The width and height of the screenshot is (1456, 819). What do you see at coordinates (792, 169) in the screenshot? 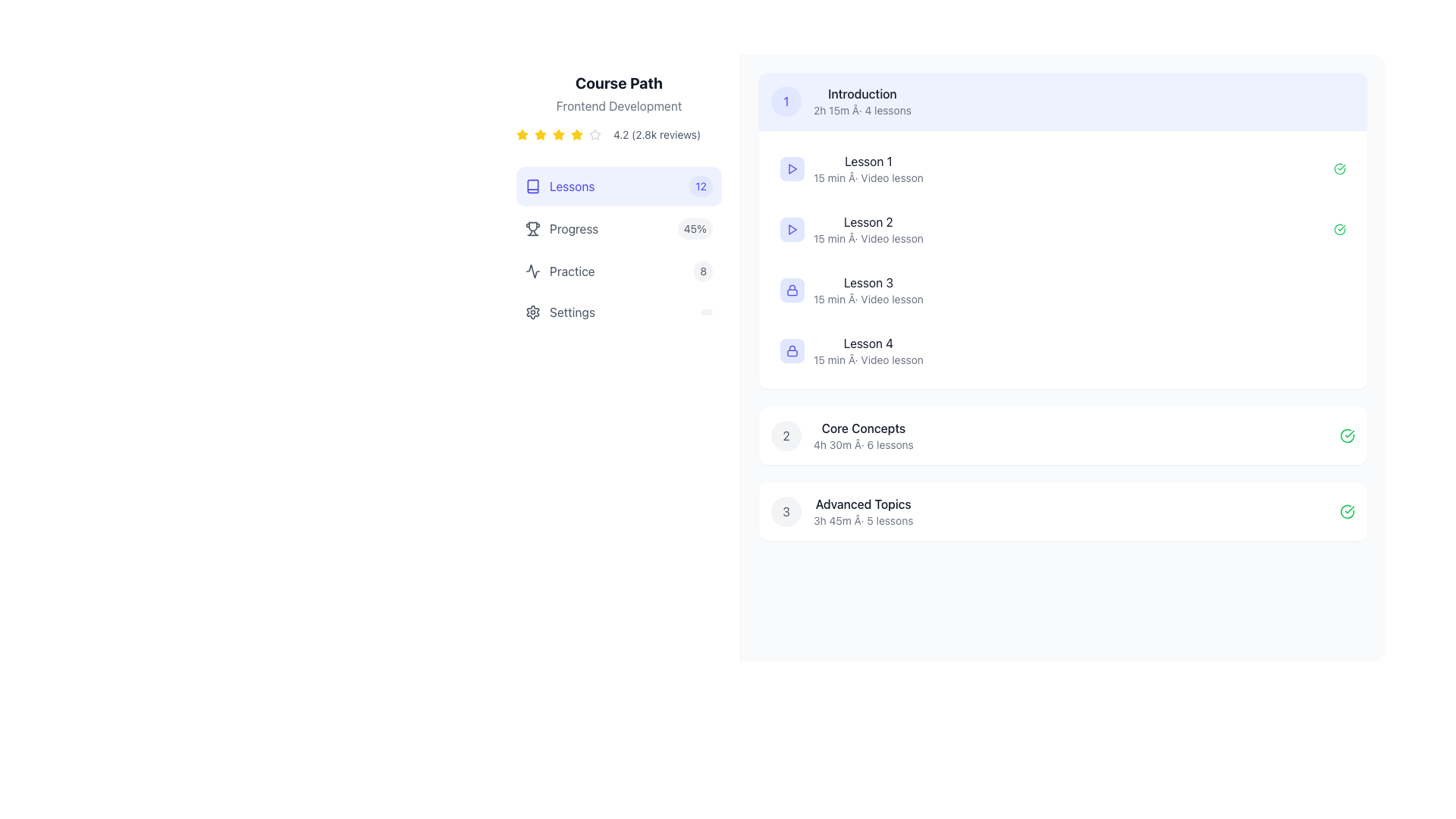
I see `the play button located to the left of the text 'Lesson 1' in the UI card for 'Lesson 1 15 min · Video lesson'` at bounding box center [792, 169].